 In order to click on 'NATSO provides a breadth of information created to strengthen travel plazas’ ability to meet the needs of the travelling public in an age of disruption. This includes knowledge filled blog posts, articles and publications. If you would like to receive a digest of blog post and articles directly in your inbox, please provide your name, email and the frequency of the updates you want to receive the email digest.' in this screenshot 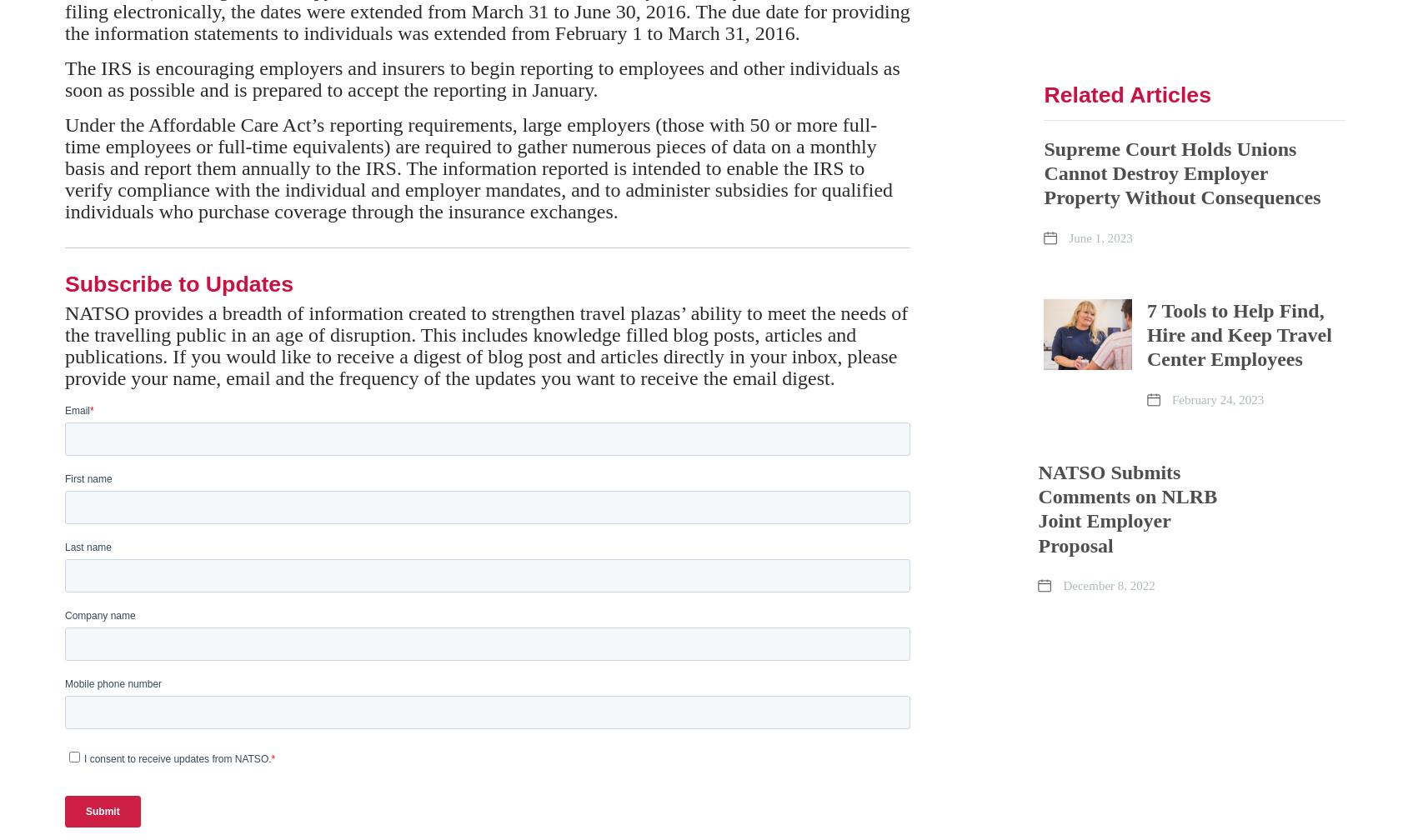, I will do `click(65, 344)`.